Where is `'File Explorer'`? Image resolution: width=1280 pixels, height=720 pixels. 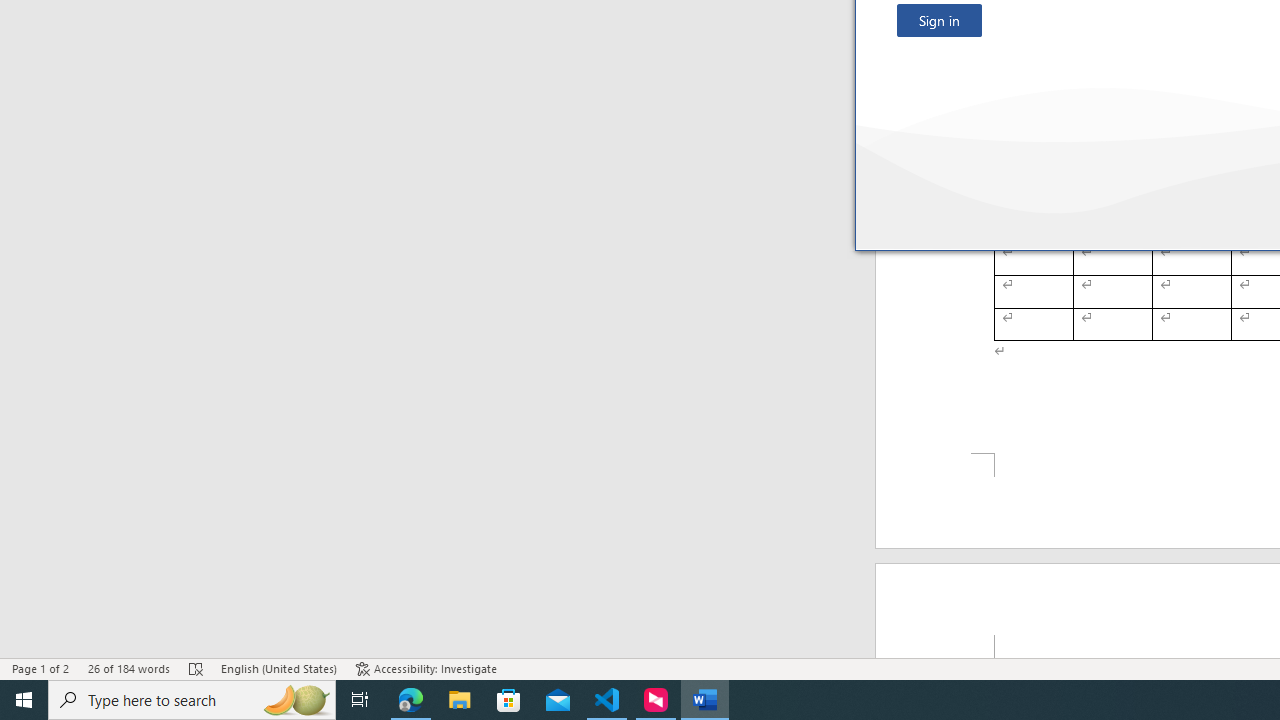
'File Explorer' is located at coordinates (459, 698).